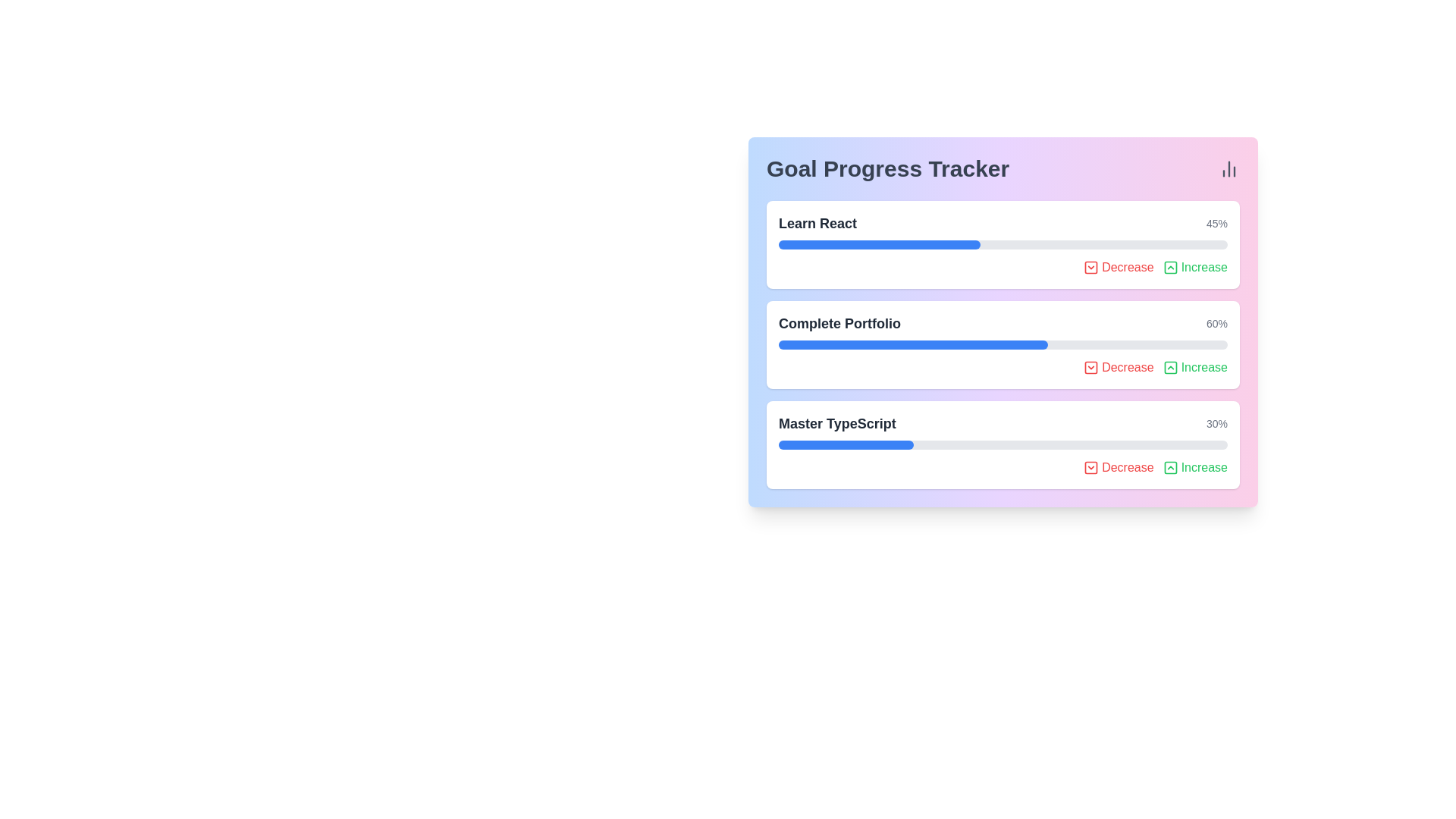 The image size is (1456, 819). I want to click on the blue rounded progress bar segment representing 60% completion within the gray progress bar labeled 'Complete Portfolio', so click(912, 345).